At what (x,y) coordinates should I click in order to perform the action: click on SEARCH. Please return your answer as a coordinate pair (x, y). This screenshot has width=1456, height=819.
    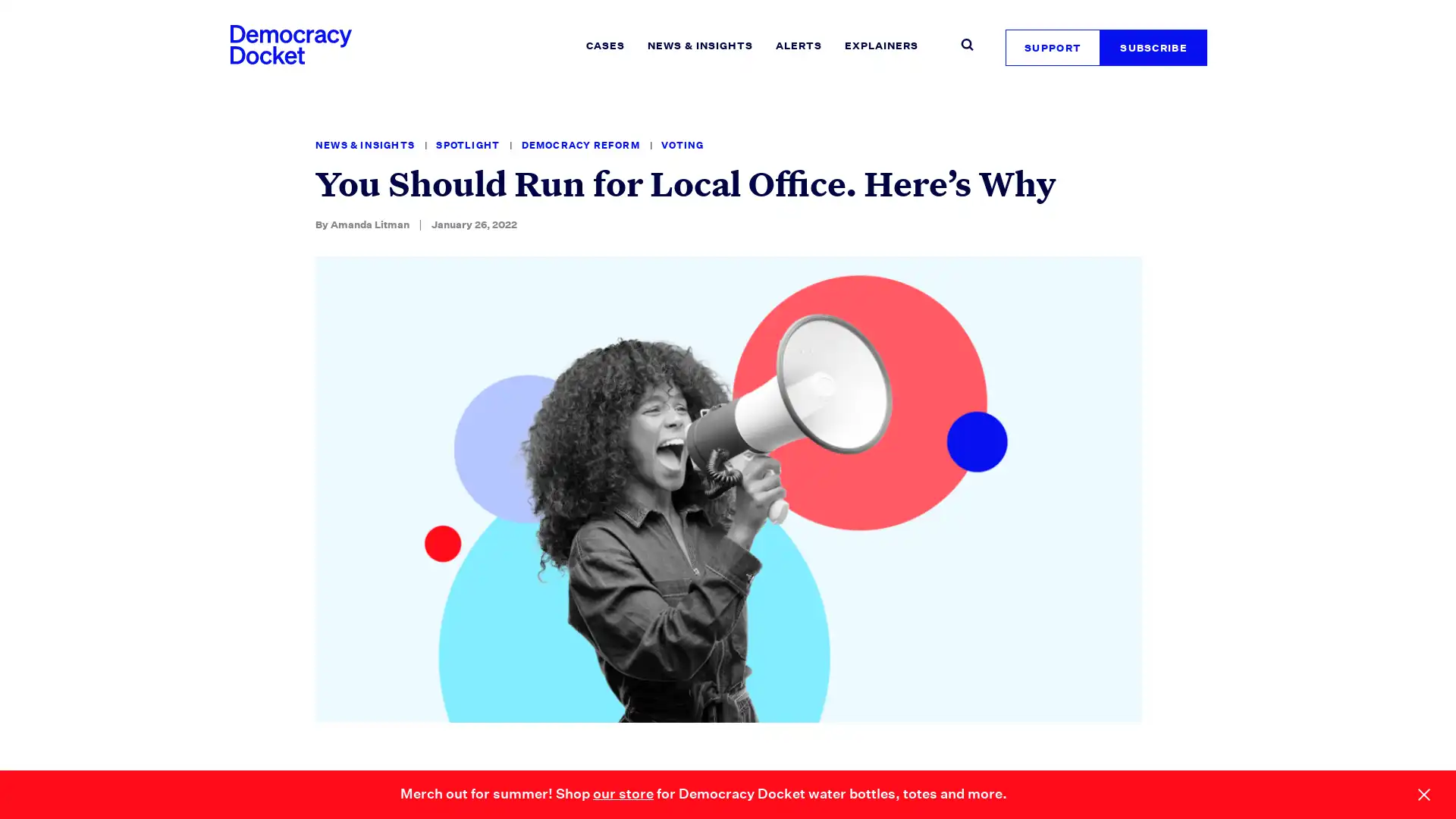
    Looking at the image, I should click on (1011, 38).